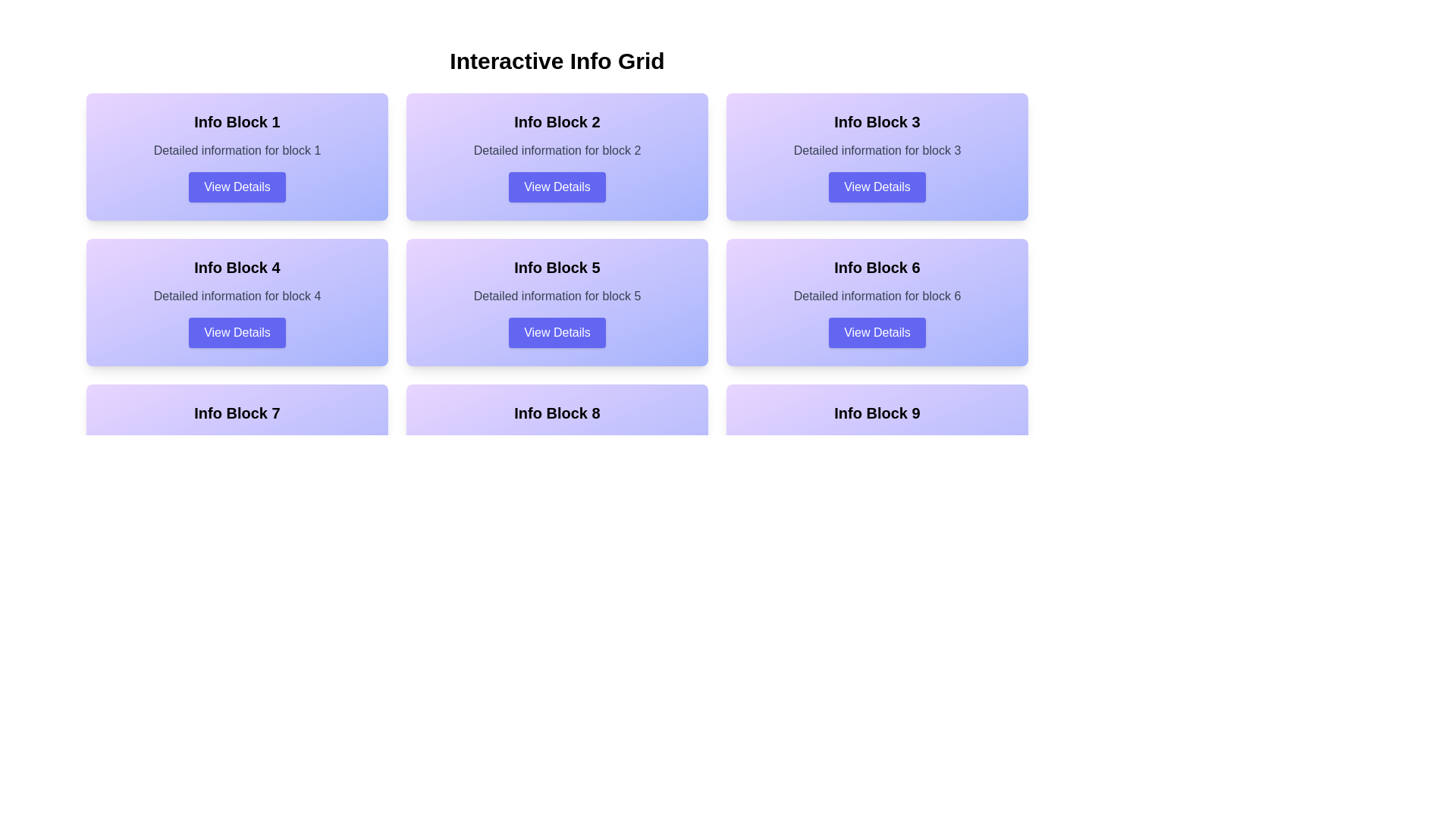 Image resolution: width=1456 pixels, height=819 pixels. I want to click on the button located under the text 'Detailed information for block 1' within 'Info Block 1', so click(236, 186).